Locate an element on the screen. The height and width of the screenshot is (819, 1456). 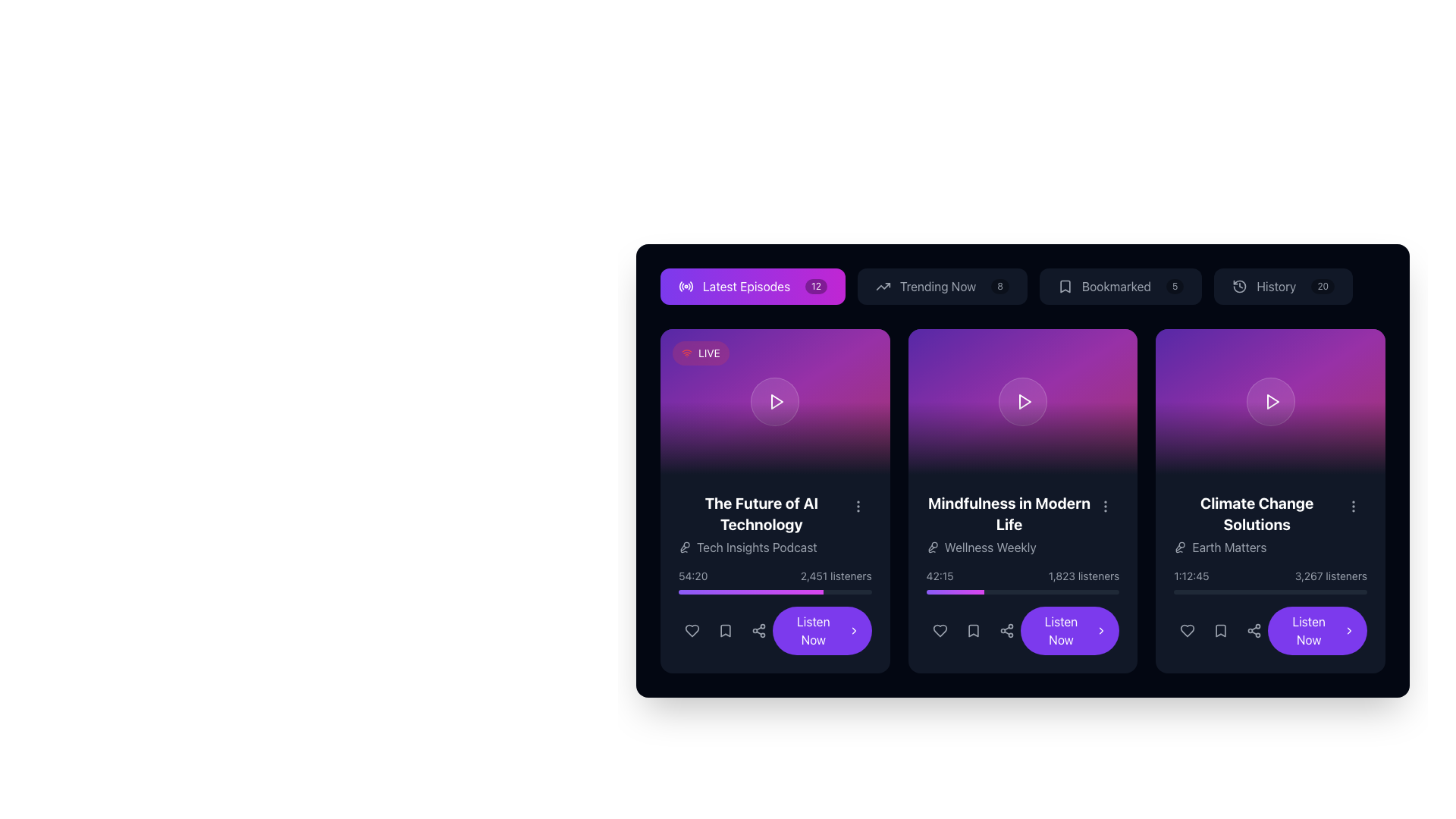
the Icon Button located in the top-right corner of the 'Climate Change Solutions' card is located at coordinates (1354, 506).